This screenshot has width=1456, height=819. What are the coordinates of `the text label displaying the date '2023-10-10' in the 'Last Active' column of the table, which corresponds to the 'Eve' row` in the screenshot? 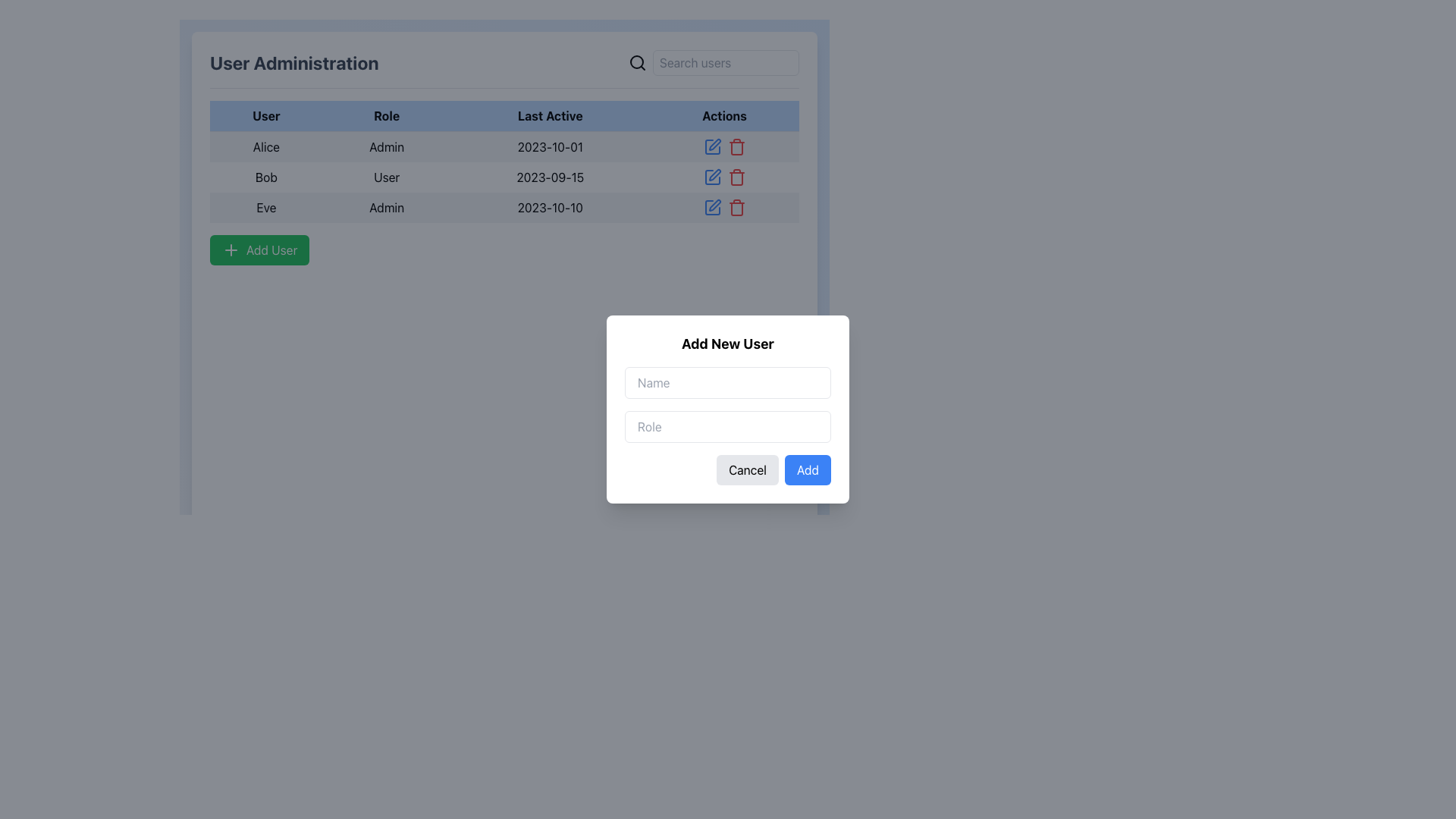 It's located at (549, 207).